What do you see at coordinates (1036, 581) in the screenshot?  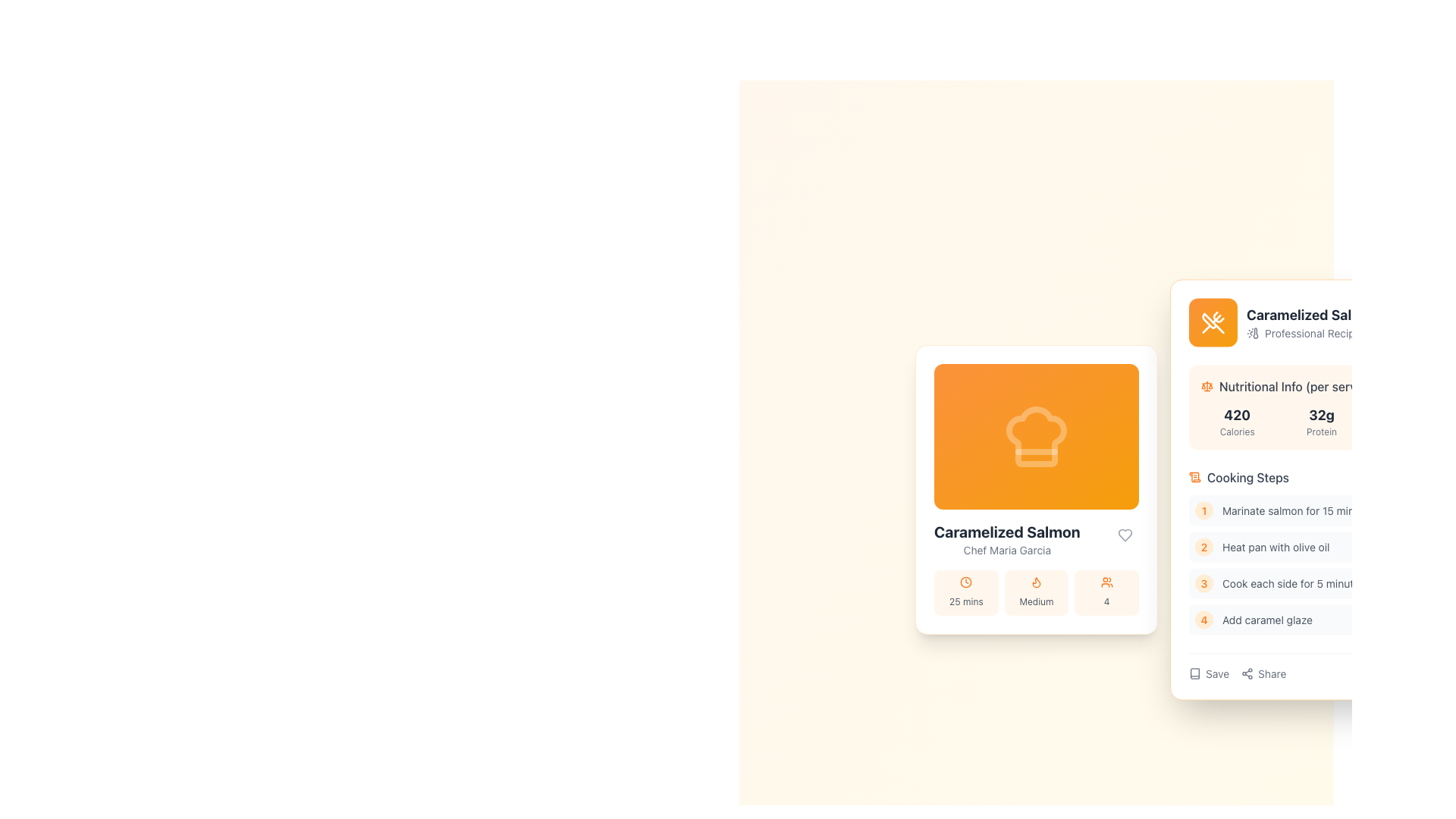 I see `the small flame icon that is visually styled in bright orange, located above the text 'Medium' within a card-like component` at bounding box center [1036, 581].